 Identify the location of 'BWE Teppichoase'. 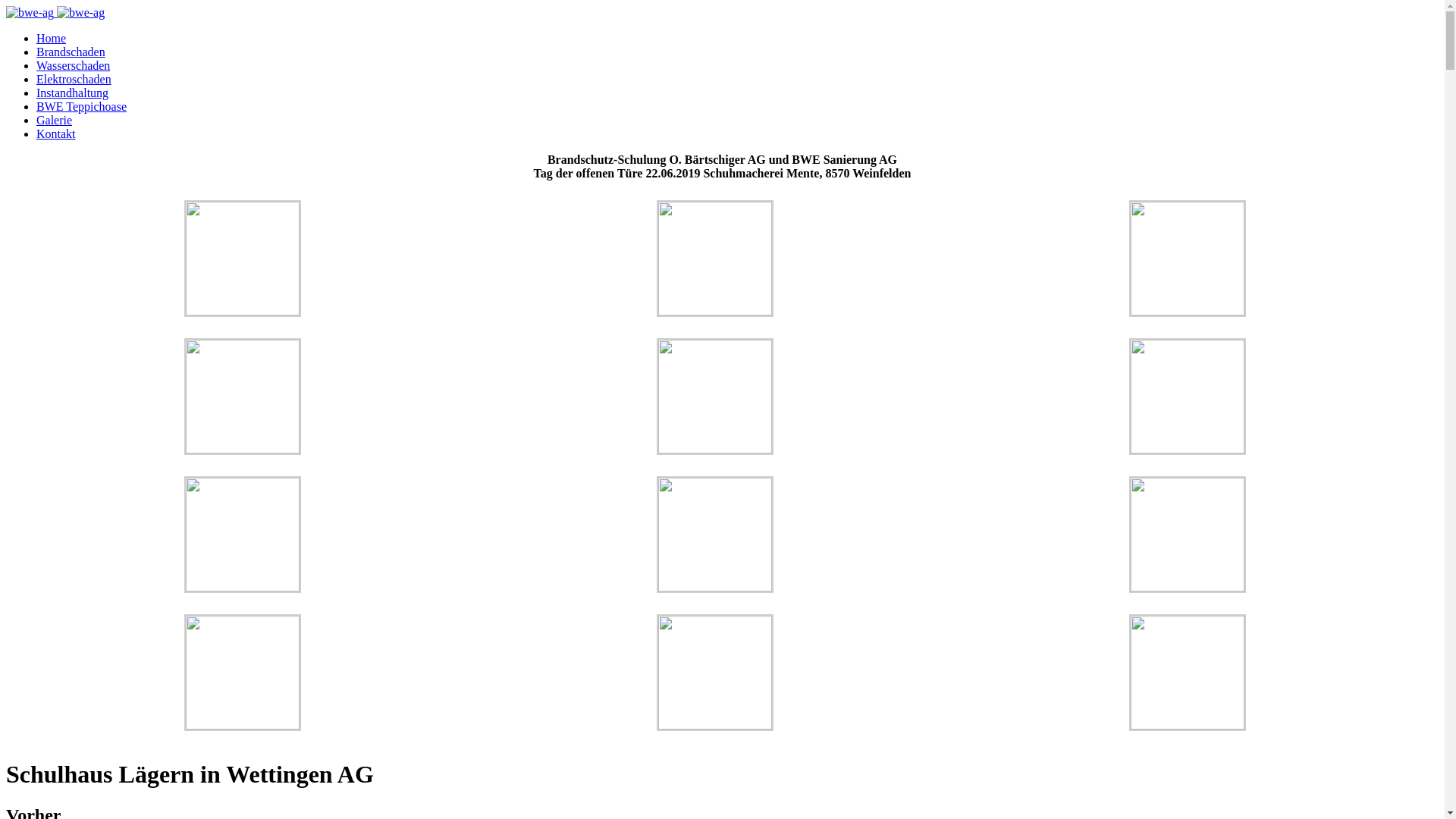
(80, 105).